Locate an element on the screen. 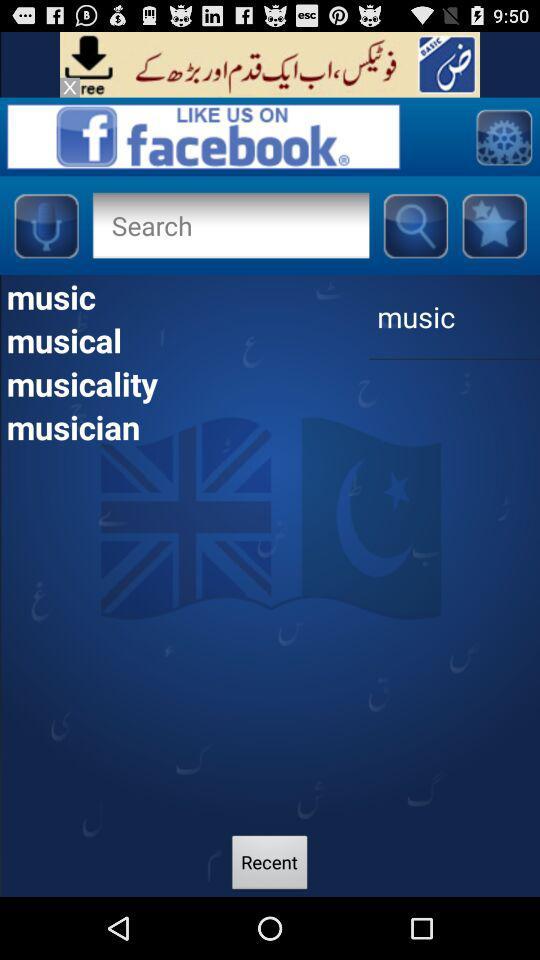 This screenshot has height=960, width=540. the tab is located at coordinates (68, 87).